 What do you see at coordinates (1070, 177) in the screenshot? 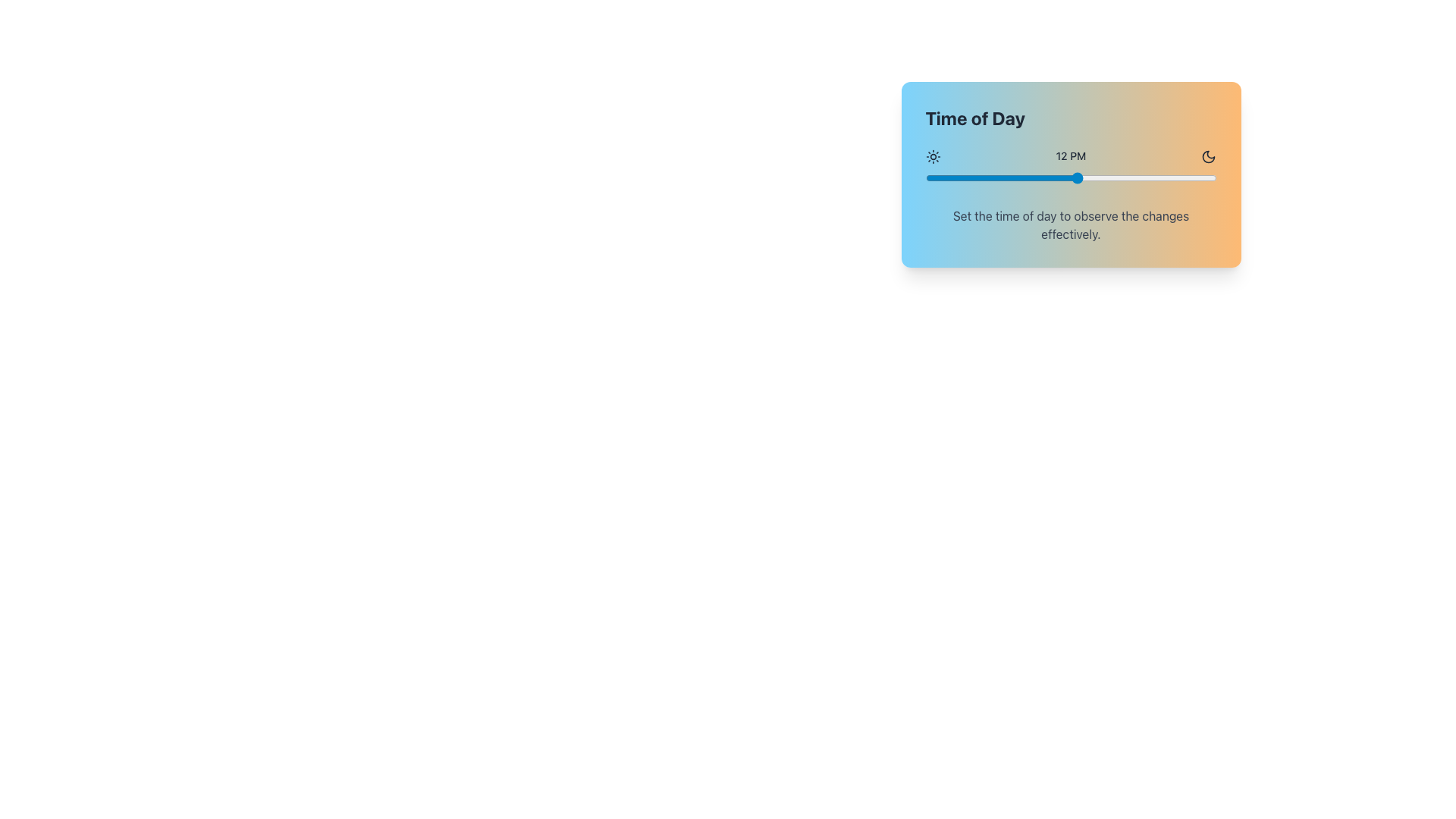
I see `the slider located below the text '12 PM' to receive additional feedback` at bounding box center [1070, 177].